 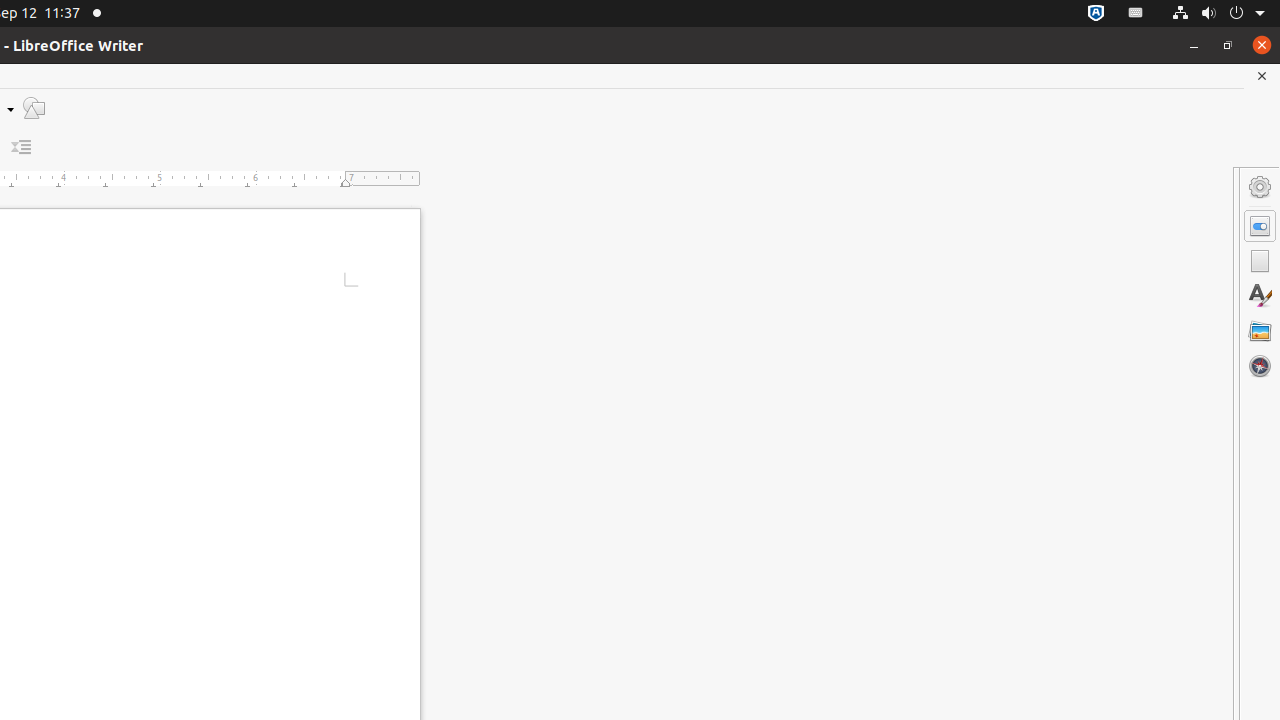 What do you see at coordinates (1259, 329) in the screenshot?
I see `'Gallery'` at bounding box center [1259, 329].